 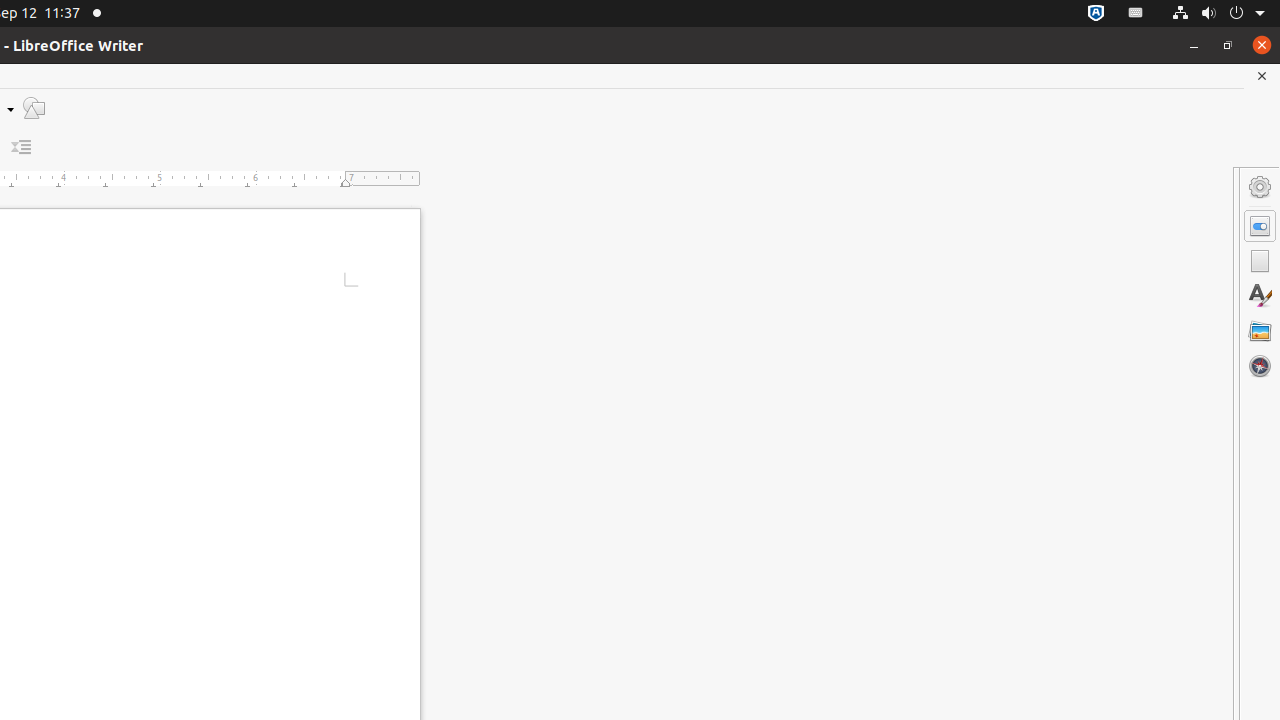 What do you see at coordinates (1259, 329) in the screenshot?
I see `'Gallery'` at bounding box center [1259, 329].